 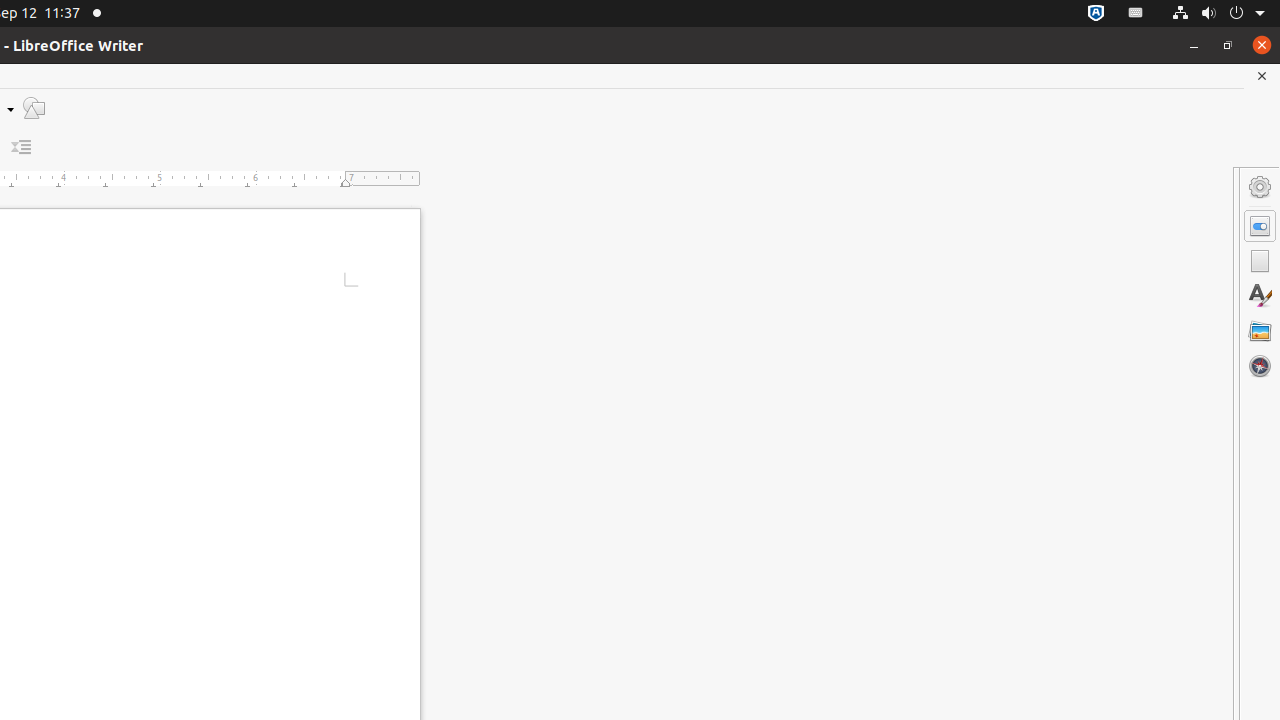 What do you see at coordinates (1259, 329) in the screenshot?
I see `'Gallery'` at bounding box center [1259, 329].